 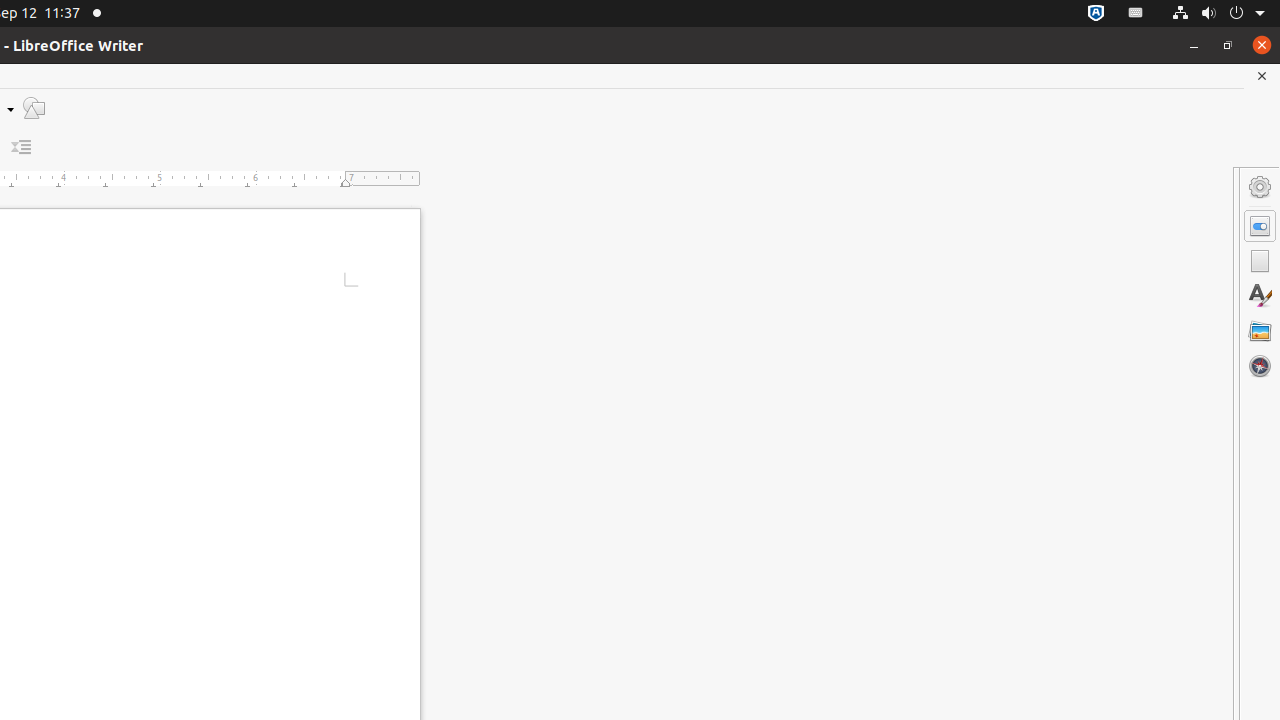 What do you see at coordinates (1259, 329) in the screenshot?
I see `'Gallery'` at bounding box center [1259, 329].